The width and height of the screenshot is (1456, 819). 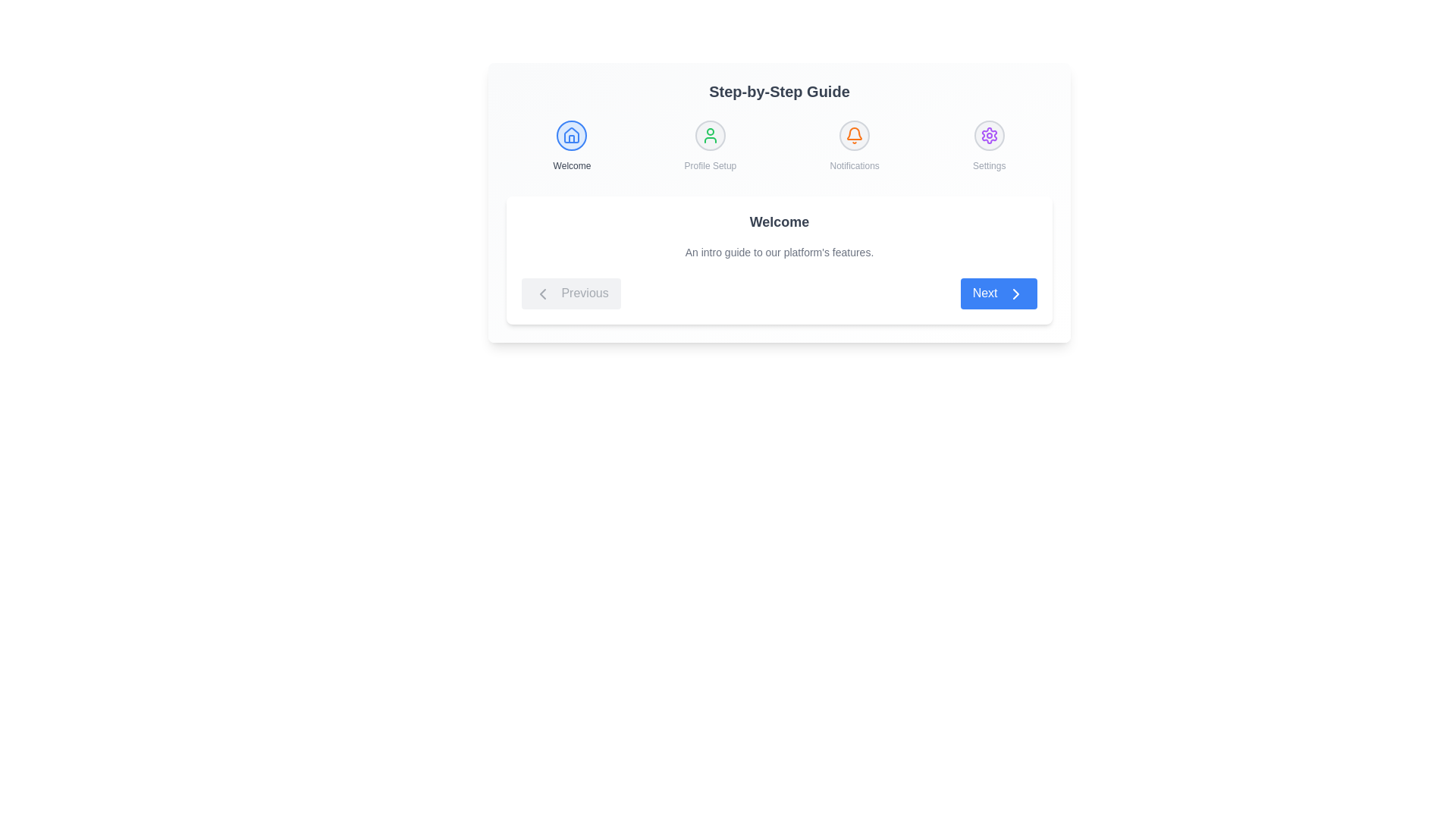 I want to click on the navigation button located at the bottom right of the navigation bar, so click(x=999, y=293).